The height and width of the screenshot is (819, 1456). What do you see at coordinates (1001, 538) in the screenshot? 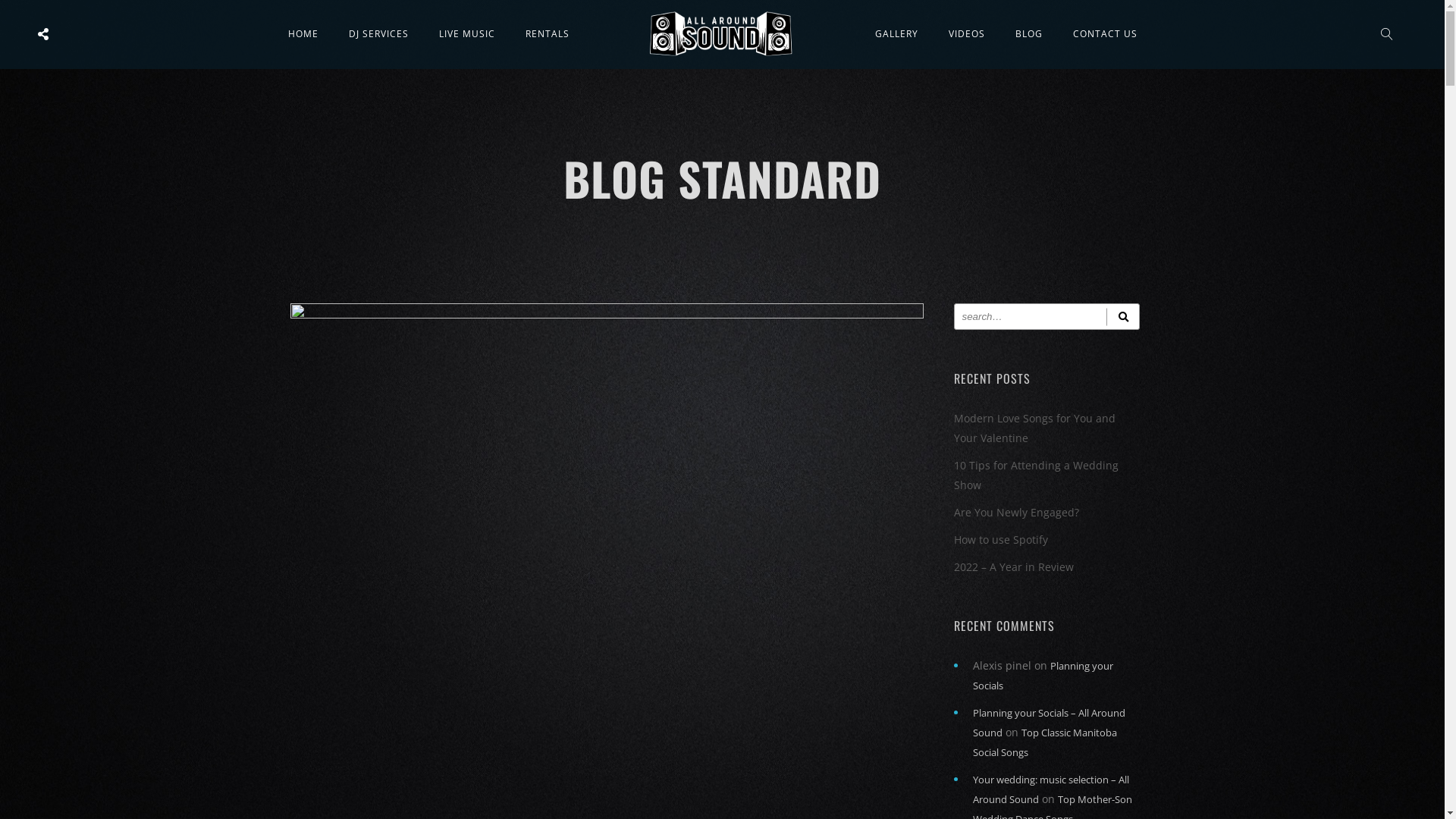
I see `'How to use Spotify'` at bounding box center [1001, 538].